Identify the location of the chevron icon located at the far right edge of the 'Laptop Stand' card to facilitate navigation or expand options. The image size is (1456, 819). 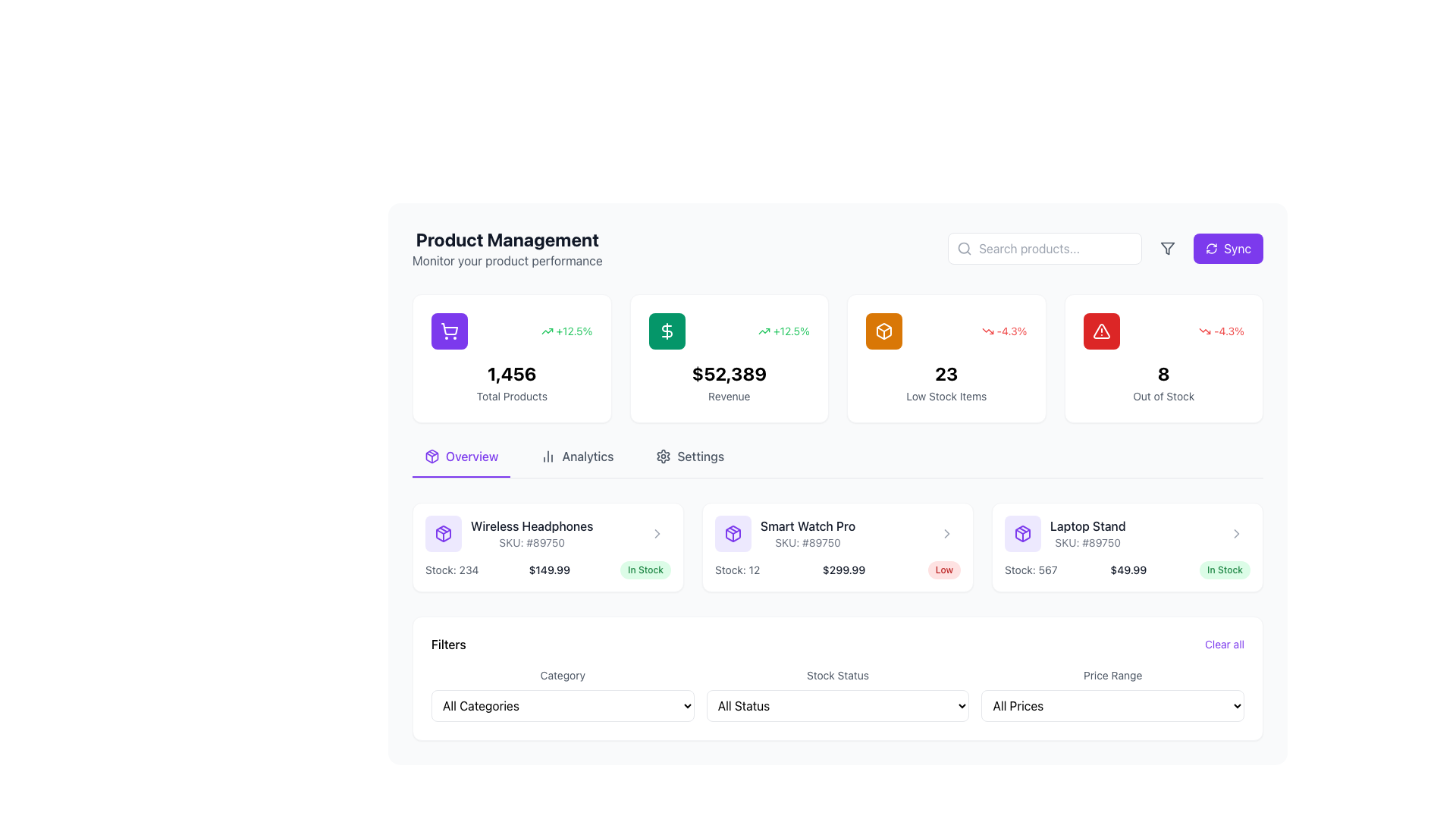
(1237, 533).